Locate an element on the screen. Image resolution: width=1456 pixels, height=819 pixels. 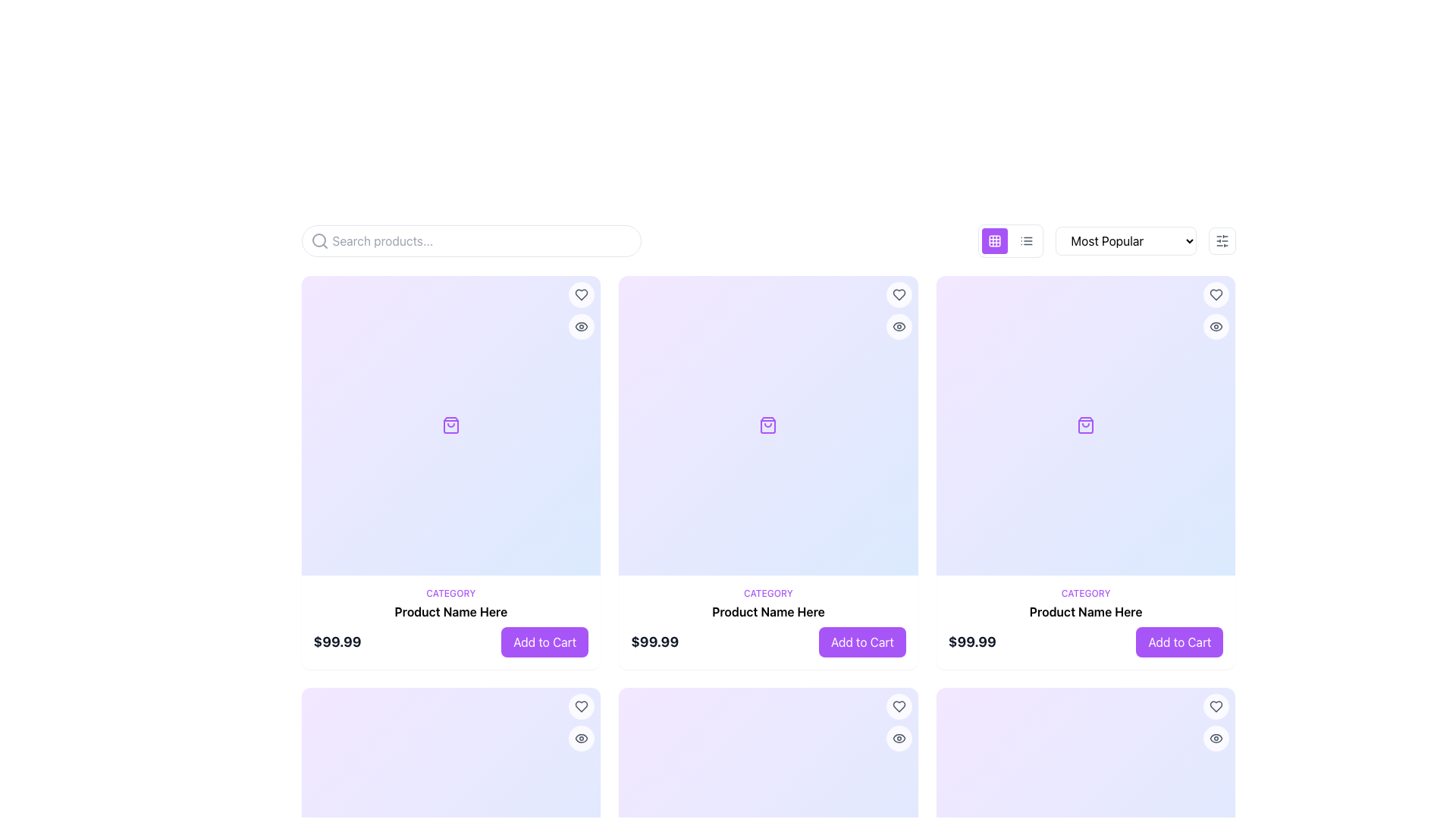
the heart icon in the top-right portion of the product card is located at coordinates (581, 706).